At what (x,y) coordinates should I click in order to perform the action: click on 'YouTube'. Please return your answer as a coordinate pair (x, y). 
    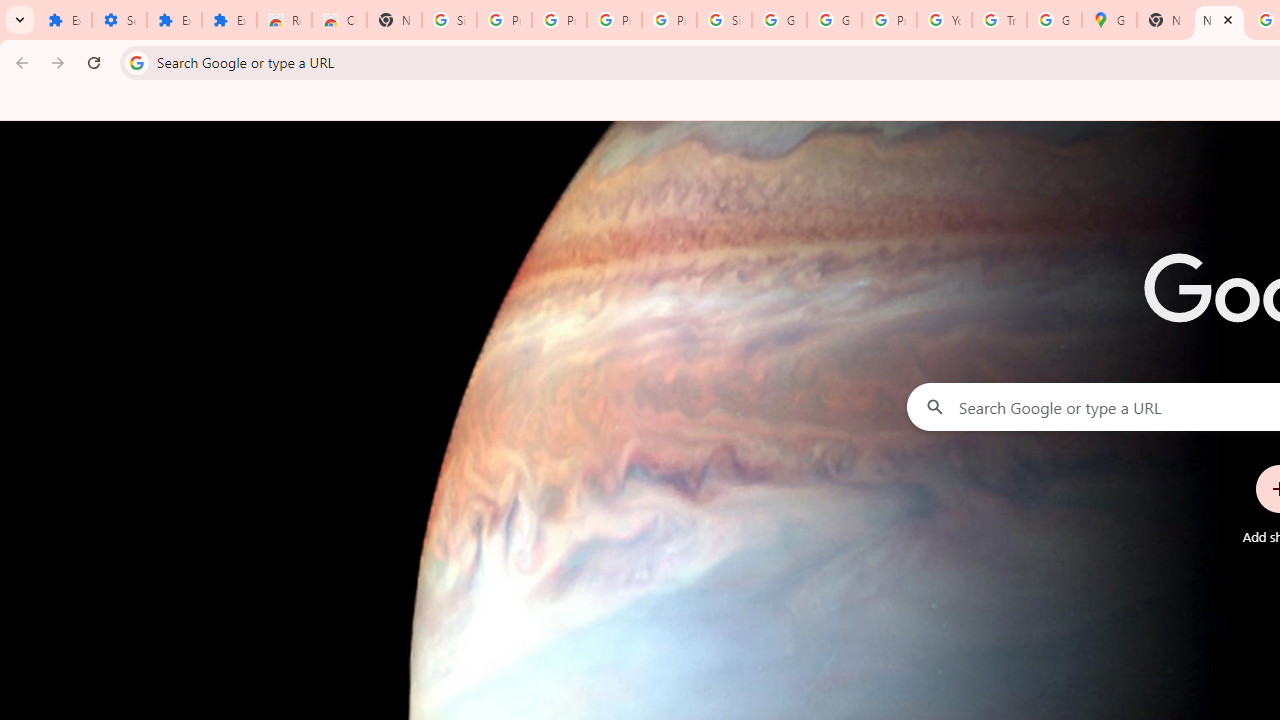
    Looking at the image, I should click on (943, 20).